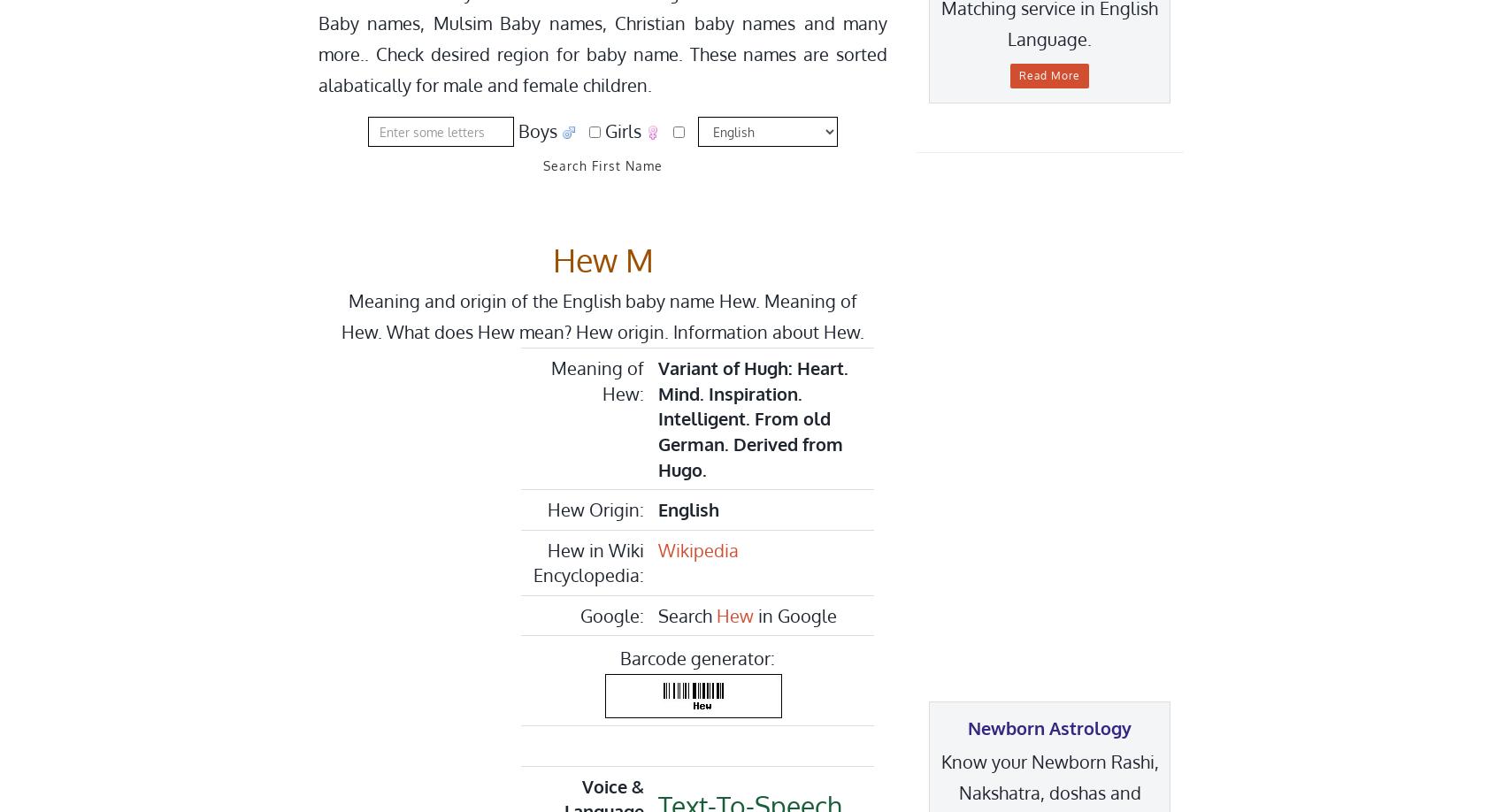 The width and height of the screenshot is (1504, 812). Describe the element at coordinates (539, 128) in the screenshot. I see `'Boys'` at that location.